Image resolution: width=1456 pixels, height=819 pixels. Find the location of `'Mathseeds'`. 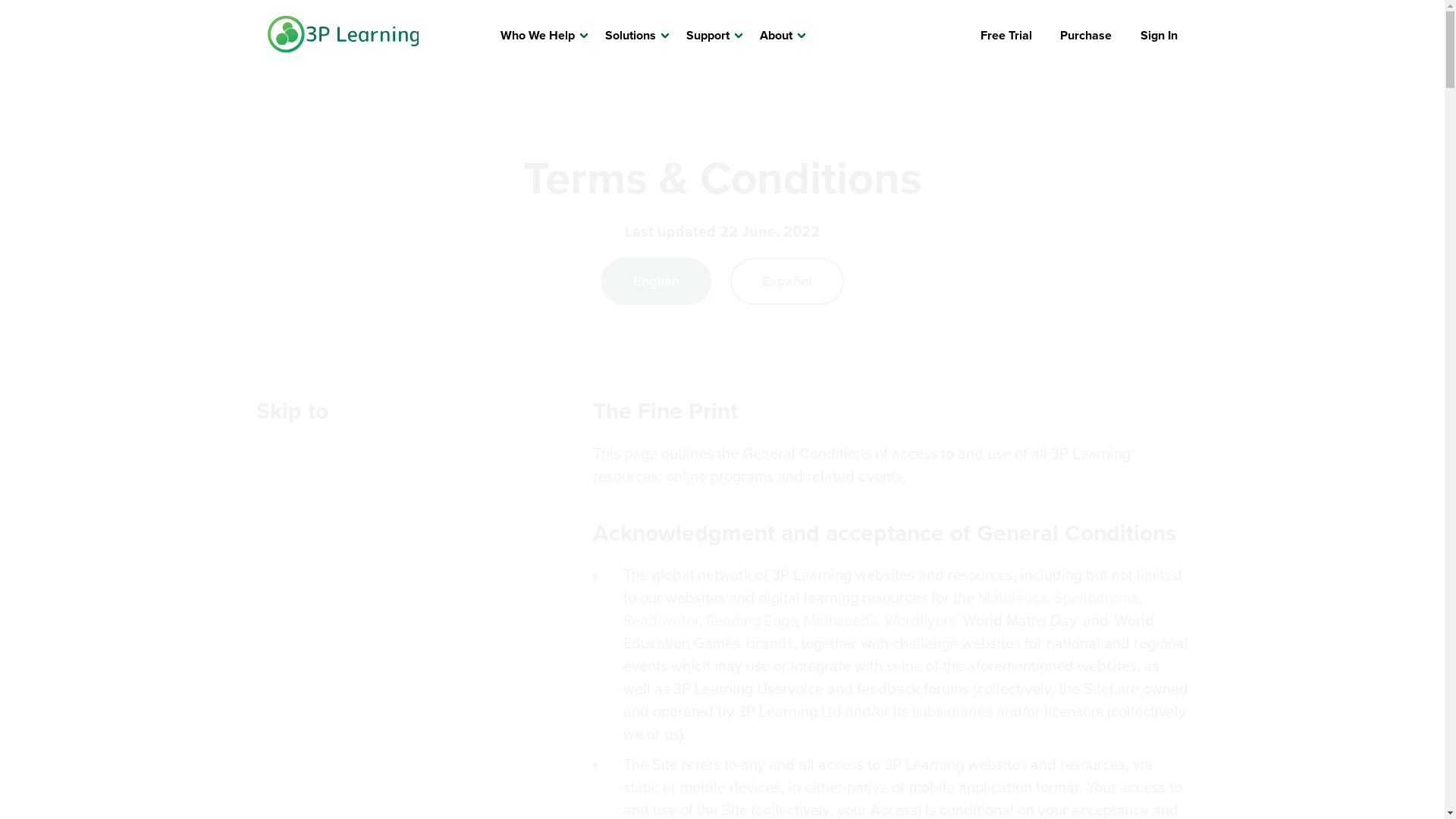

'Mathseeds' is located at coordinates (839, 620).